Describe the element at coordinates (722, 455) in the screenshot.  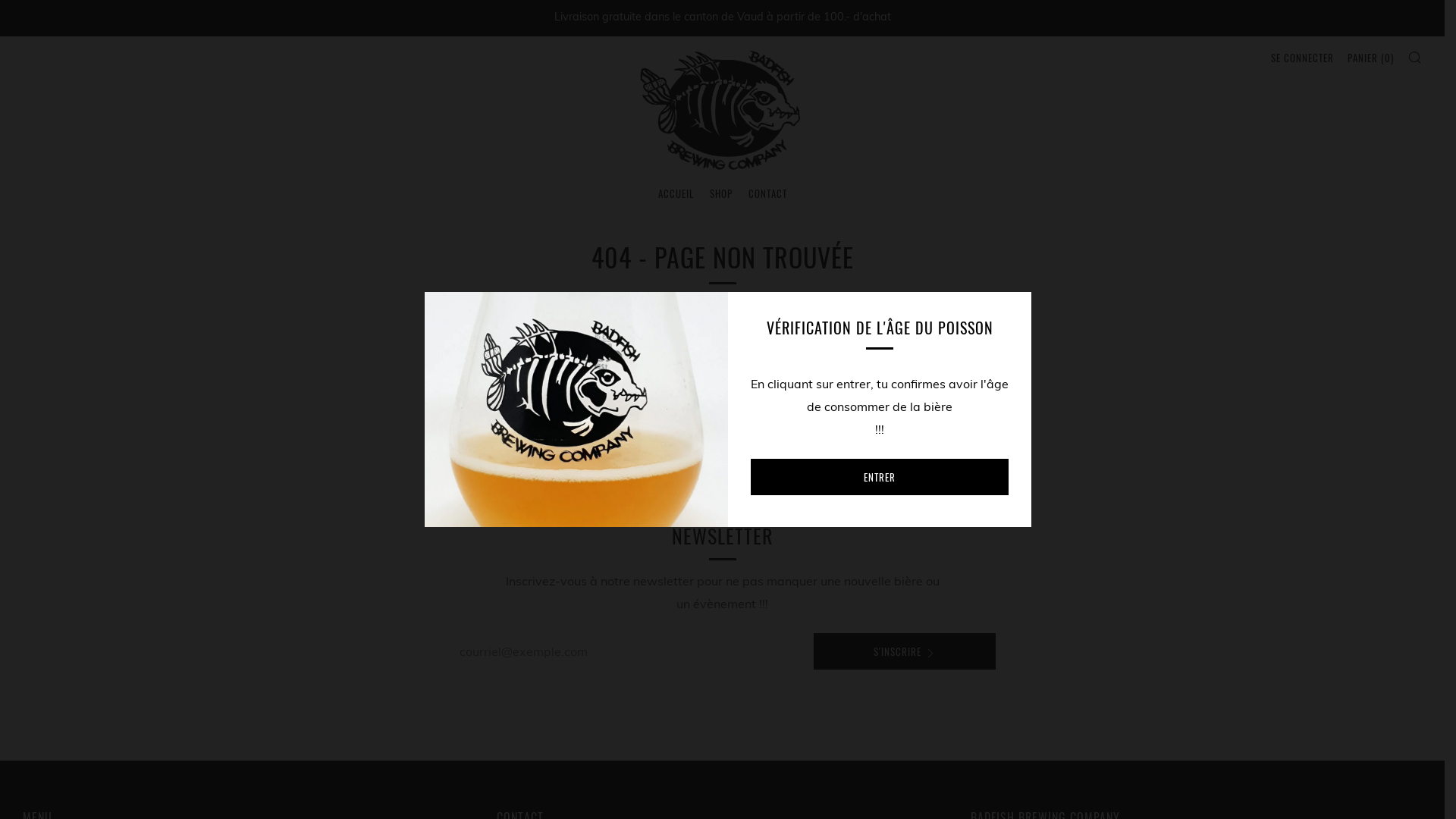
I see `'CONTINUER VOS ACHATS'` at that location.